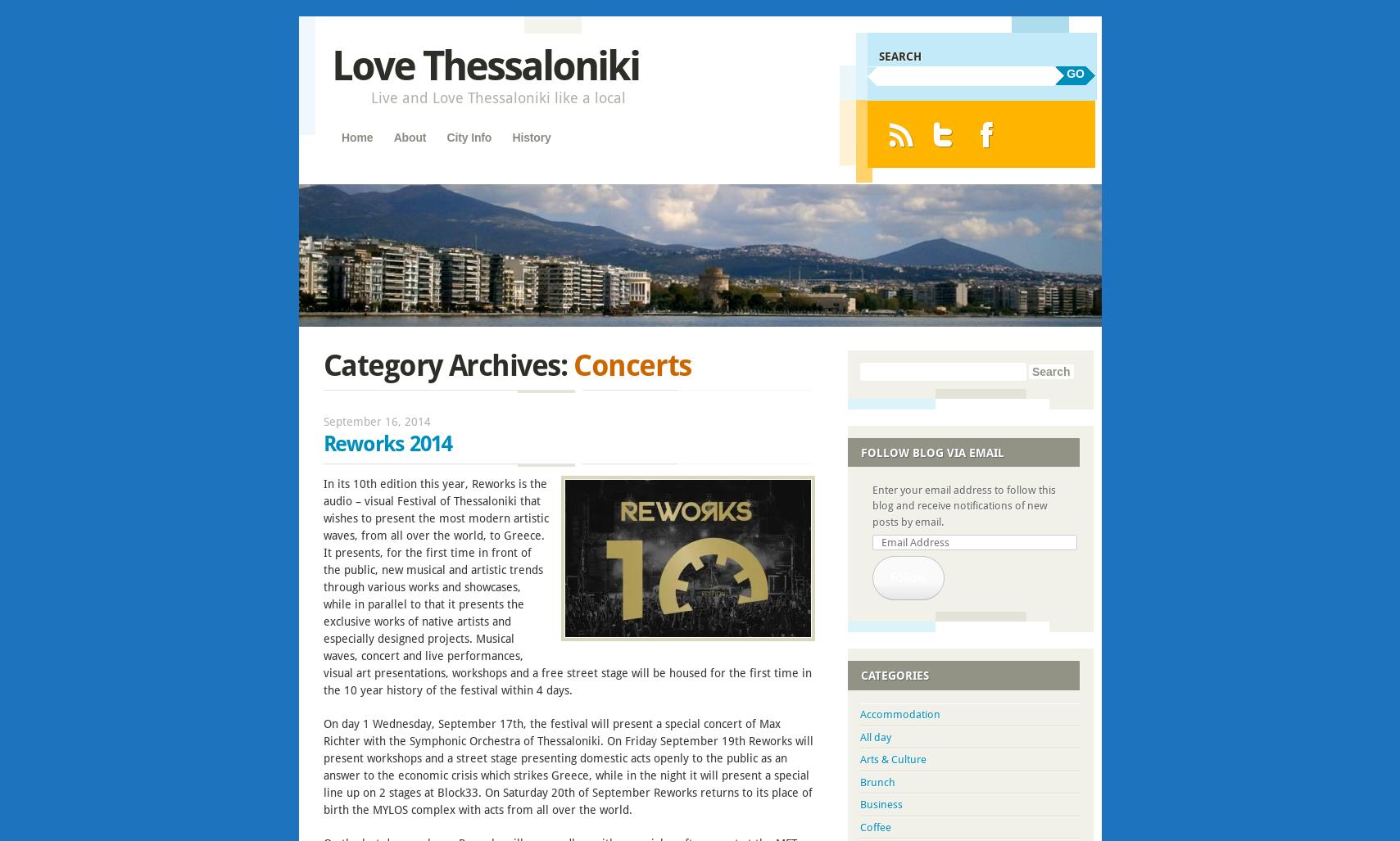 The height and width of the screenshot is (841, 1400). What do you see at coordinates (1066, 72) in the screenshot?
I see `'GO'` at bounding box center [1066, 72].